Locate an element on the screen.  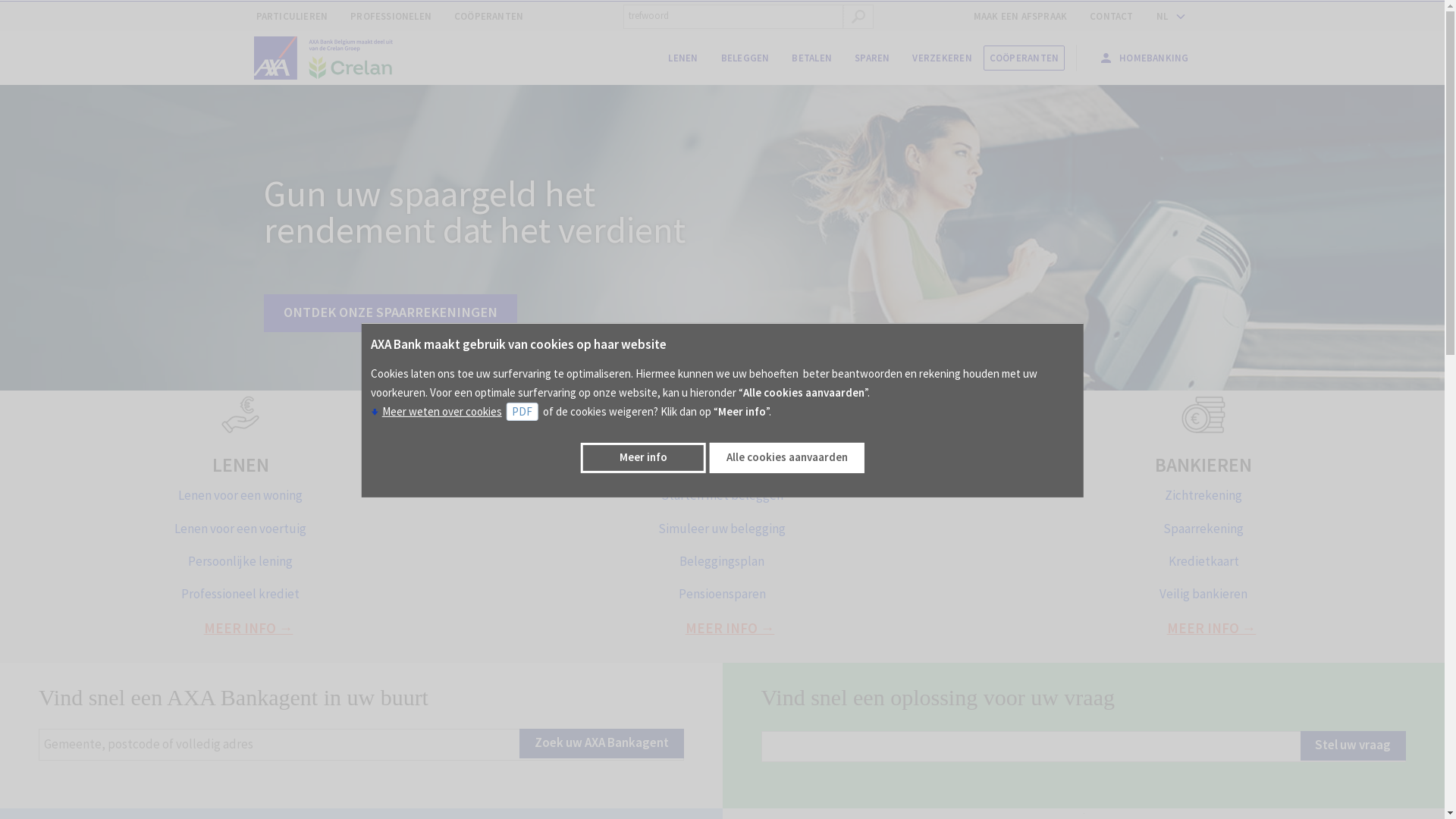
'AXA Bank' is located at coordinates (254, 58).